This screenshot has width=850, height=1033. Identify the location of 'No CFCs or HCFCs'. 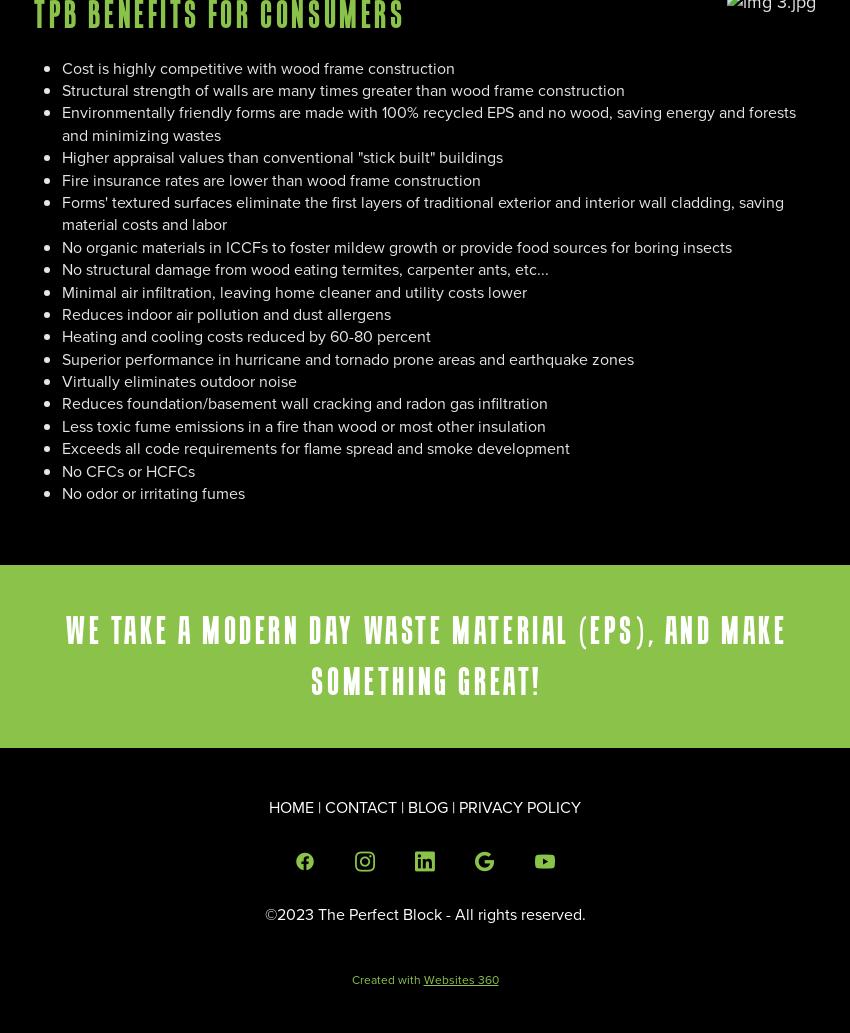
(128, 470).